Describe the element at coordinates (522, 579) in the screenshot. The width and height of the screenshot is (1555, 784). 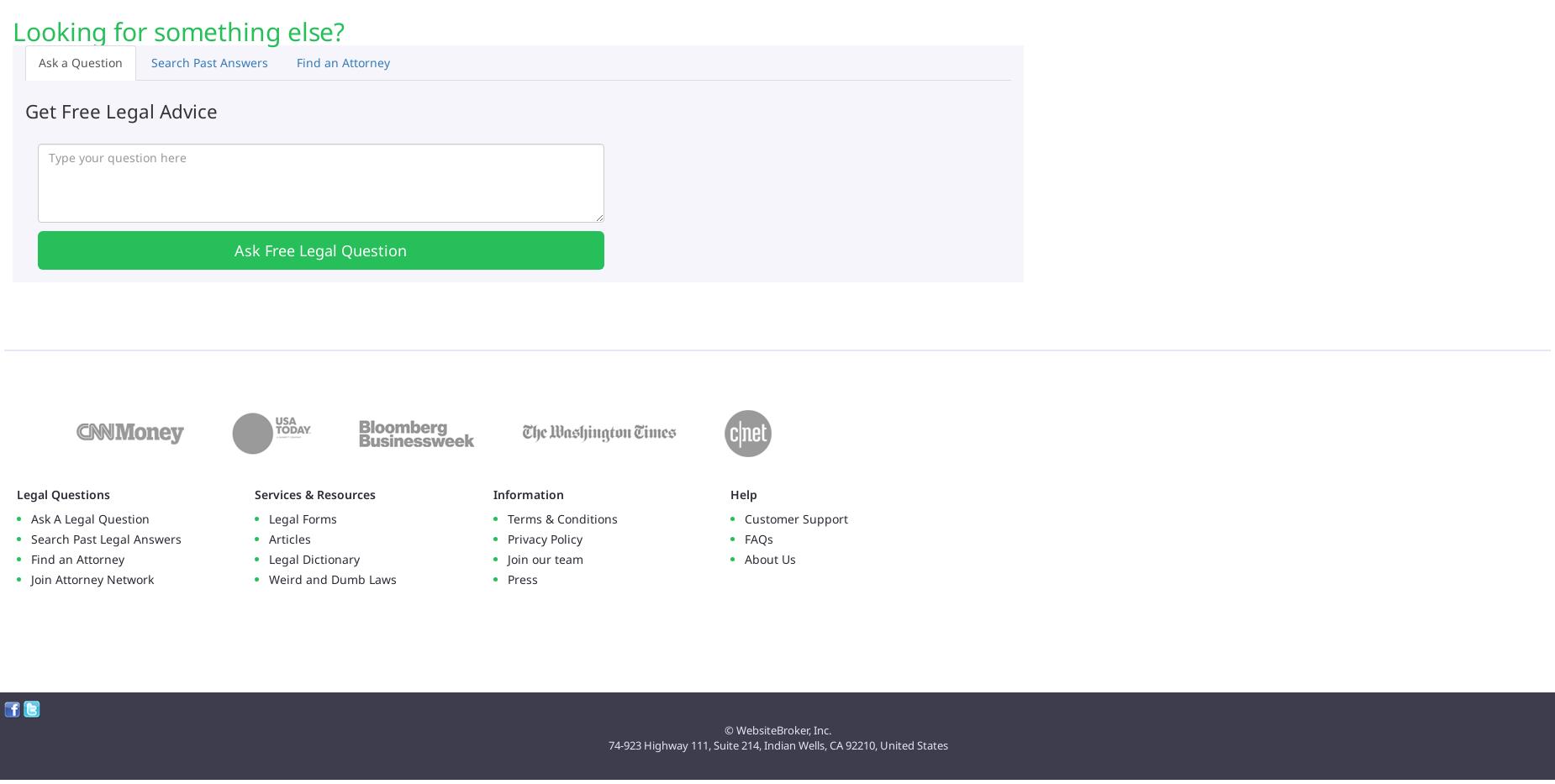
I see `'Press'` at that location.